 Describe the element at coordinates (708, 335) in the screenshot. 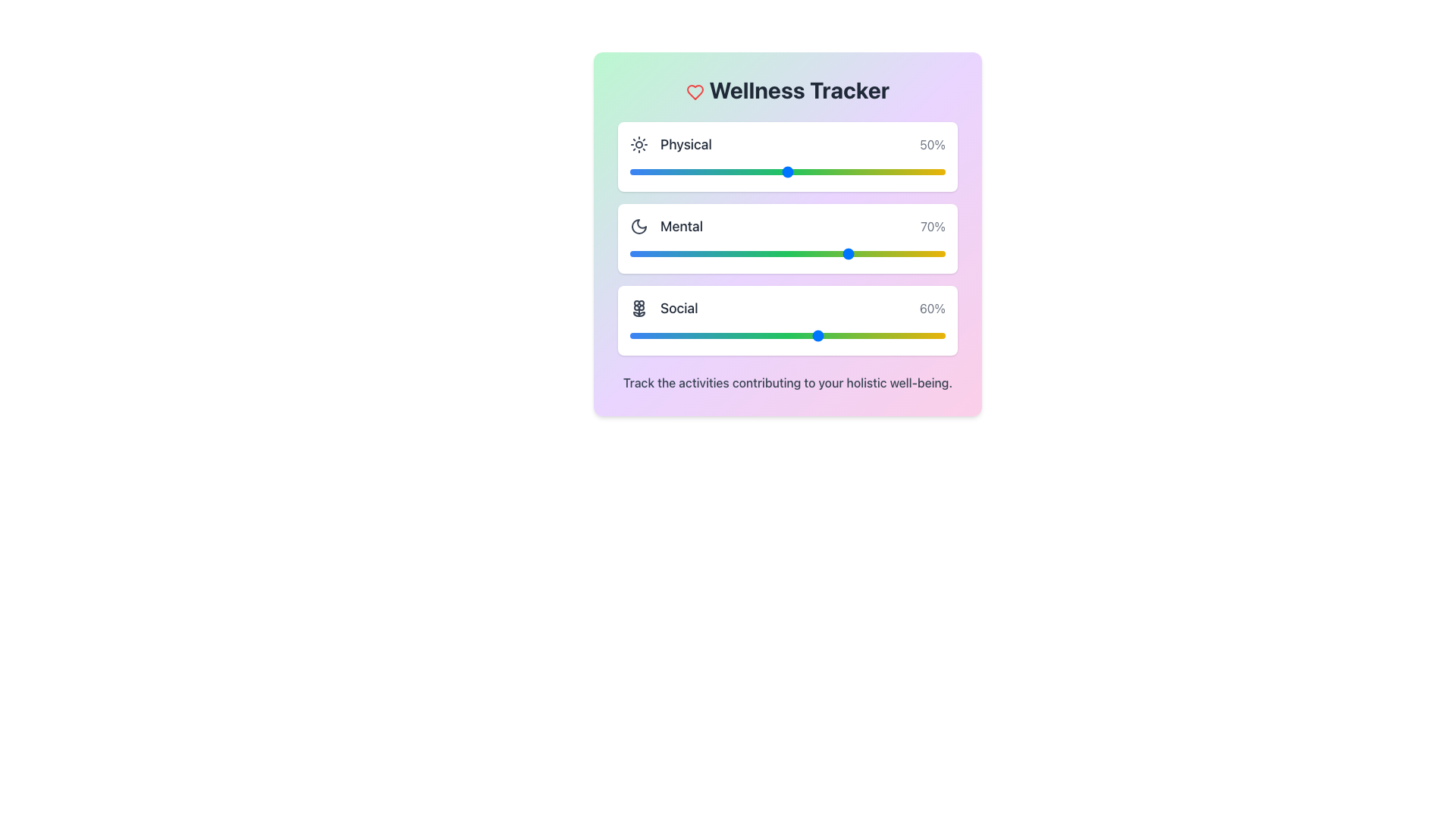

I see `the social tracker slider` at that location.